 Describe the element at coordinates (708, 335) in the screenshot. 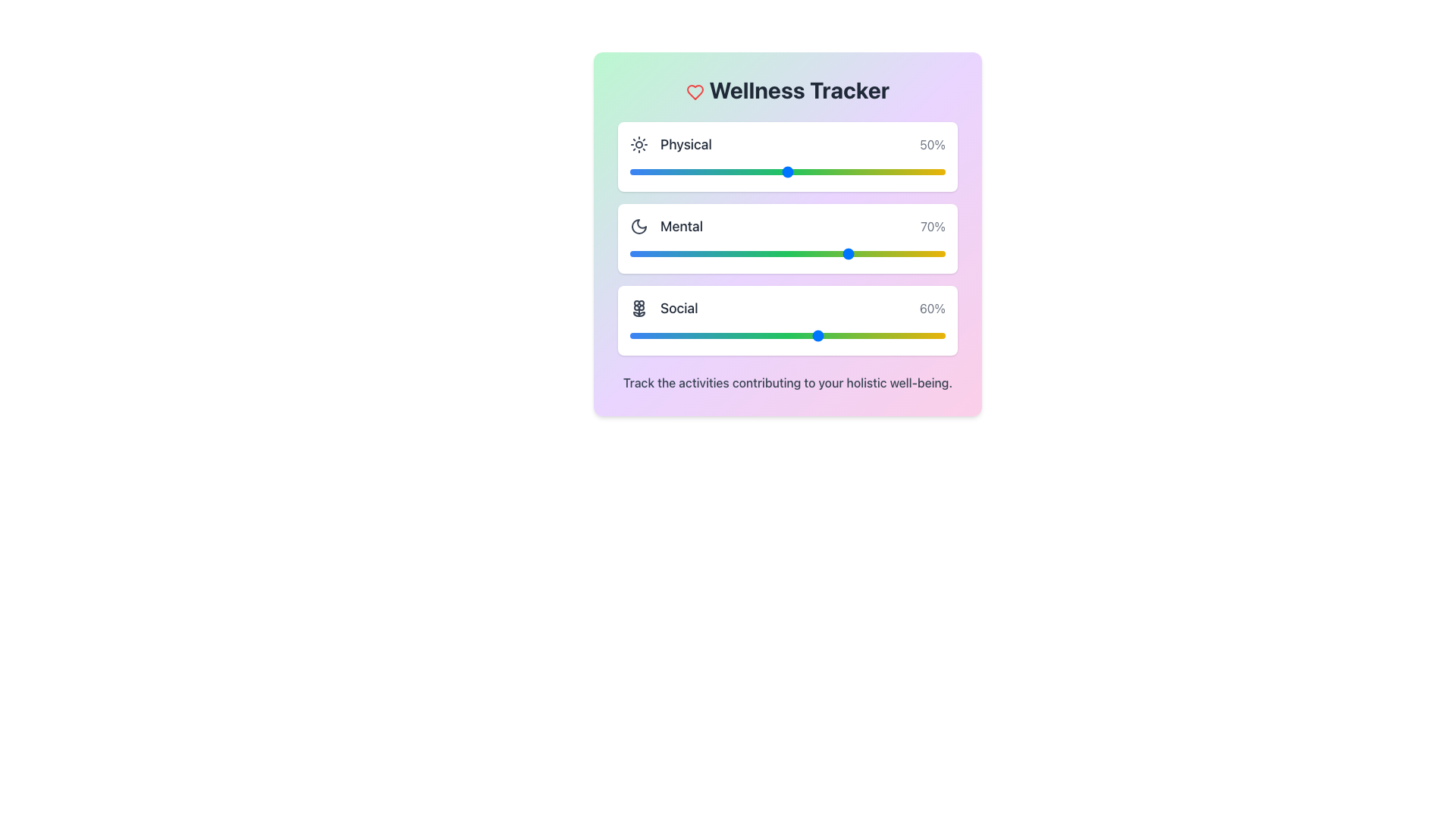

I see `the social tracker slider` at that location.